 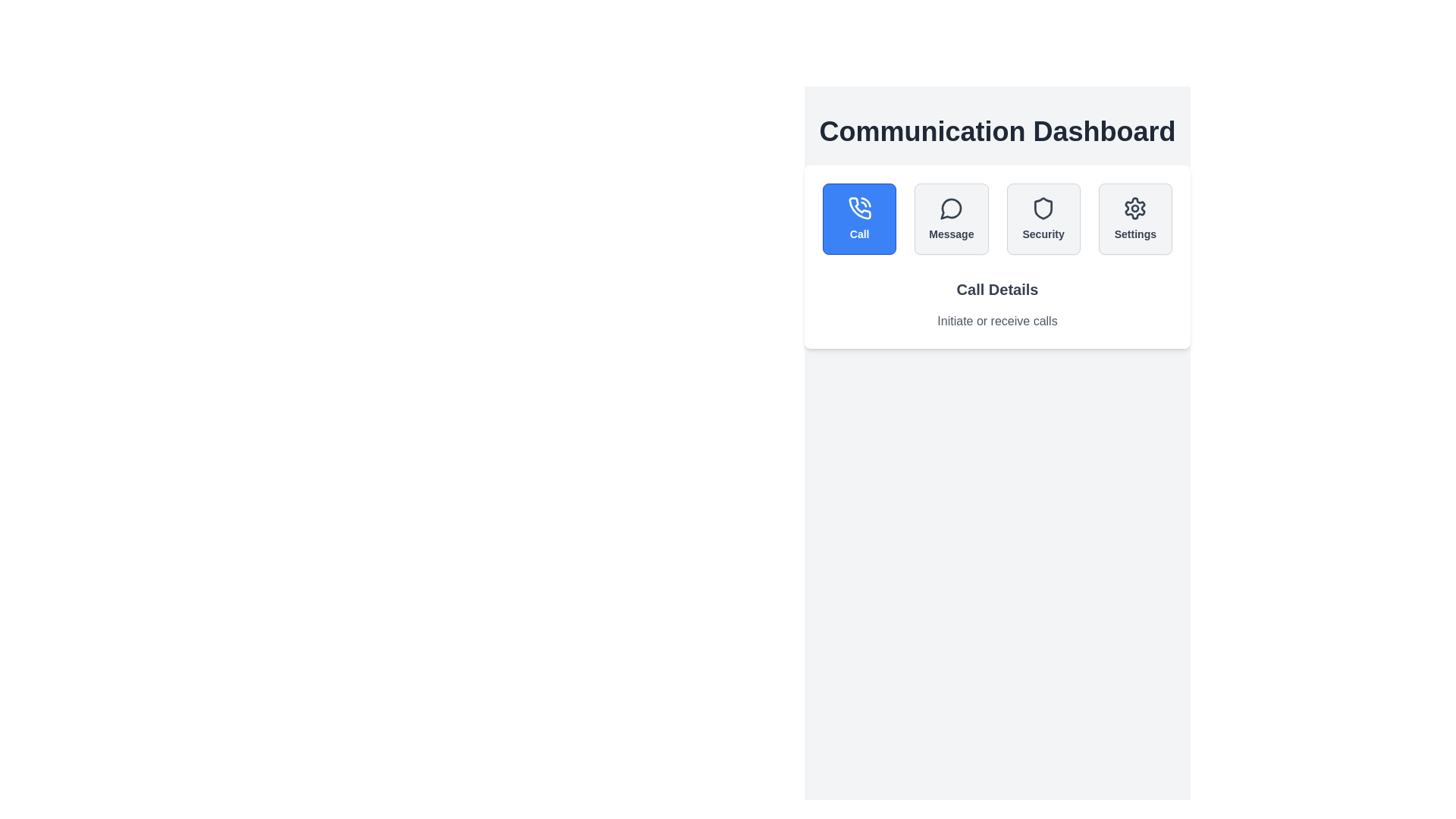 I want to click on the curved phone receiver icon located in the top-left part of the 'Call' widget group, which is part of the icon set below the 'Communication Dashboard' title, so click(x=859, y=208).